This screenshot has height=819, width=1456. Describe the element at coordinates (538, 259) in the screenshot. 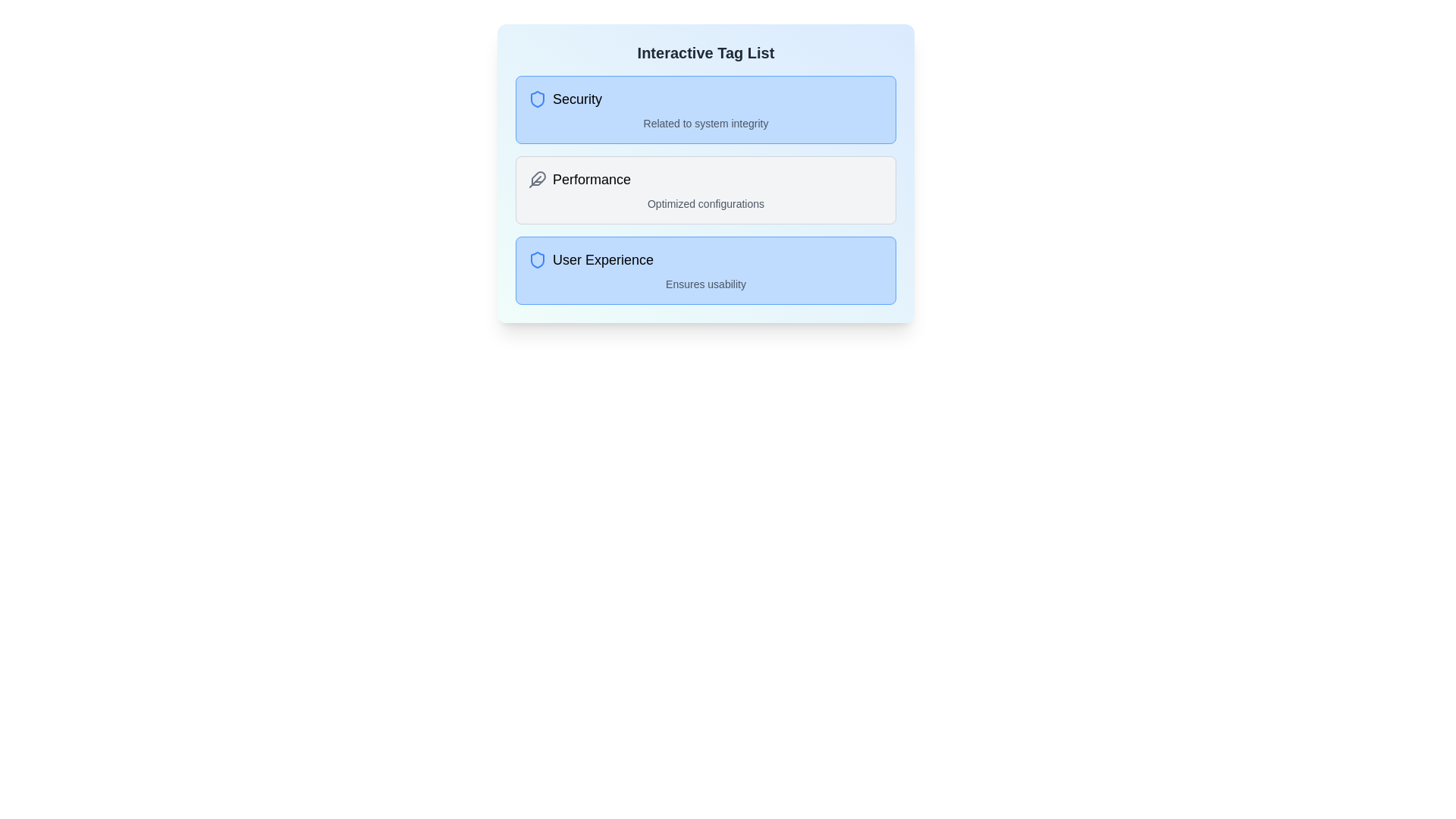

I see `the tag by clicking on its icon, identified by the tag name User Experience` at that location.